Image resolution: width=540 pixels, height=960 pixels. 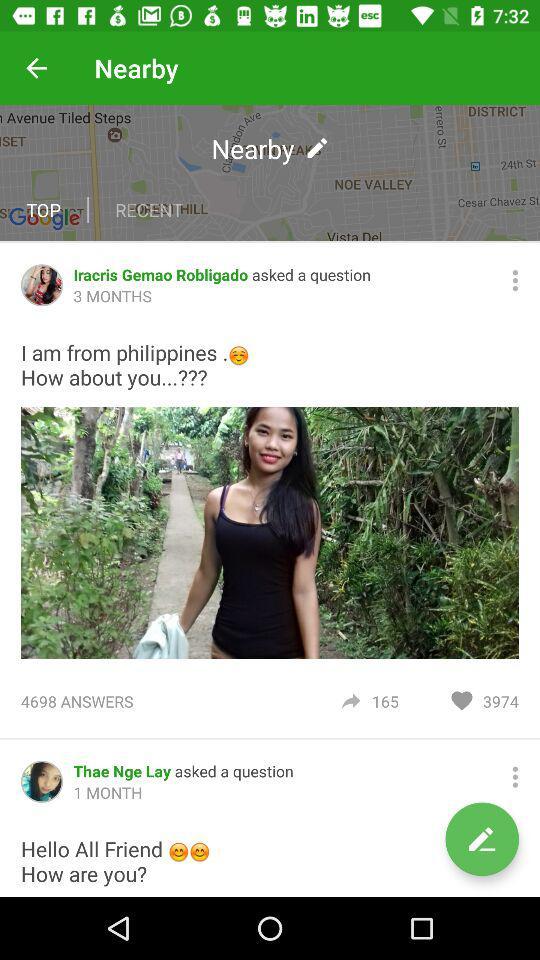 I want to click on more options, so click(x=515, y=279).